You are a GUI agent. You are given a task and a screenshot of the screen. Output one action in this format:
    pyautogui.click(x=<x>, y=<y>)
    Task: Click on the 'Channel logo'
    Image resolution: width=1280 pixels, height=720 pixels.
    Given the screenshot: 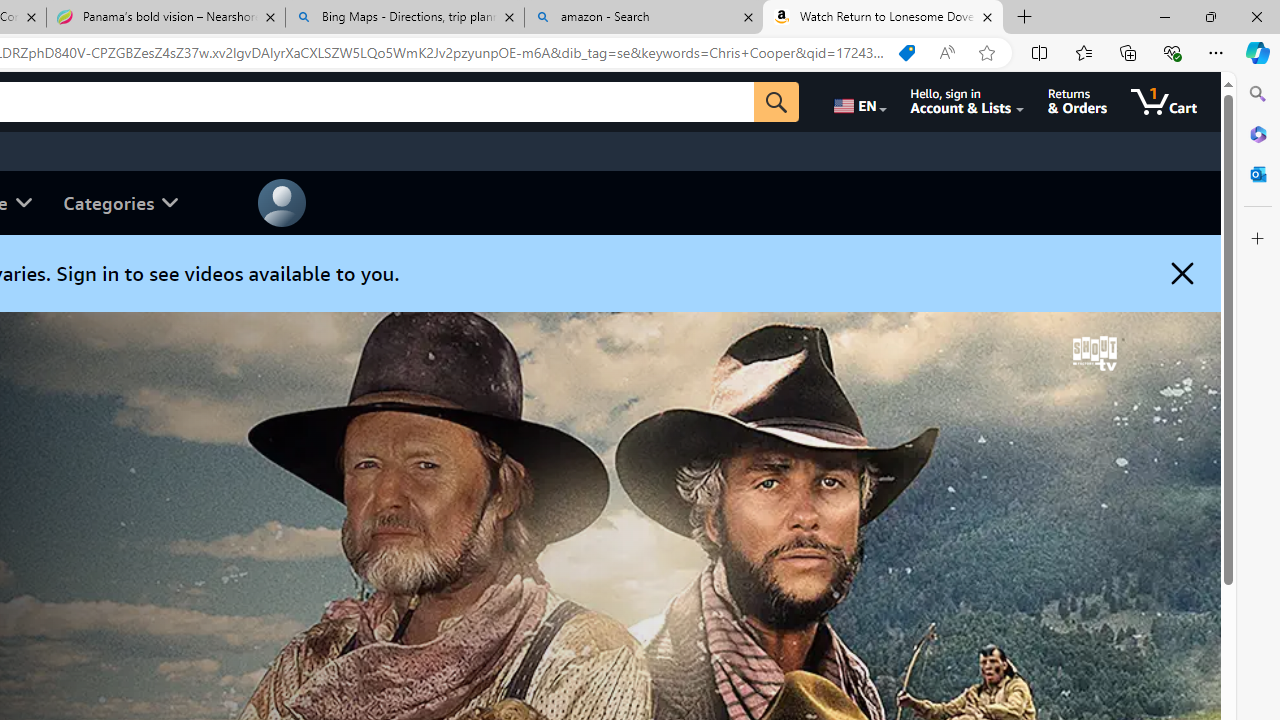 What is the action you would take?
    pyautogui.click(x=1094, y=352)
    